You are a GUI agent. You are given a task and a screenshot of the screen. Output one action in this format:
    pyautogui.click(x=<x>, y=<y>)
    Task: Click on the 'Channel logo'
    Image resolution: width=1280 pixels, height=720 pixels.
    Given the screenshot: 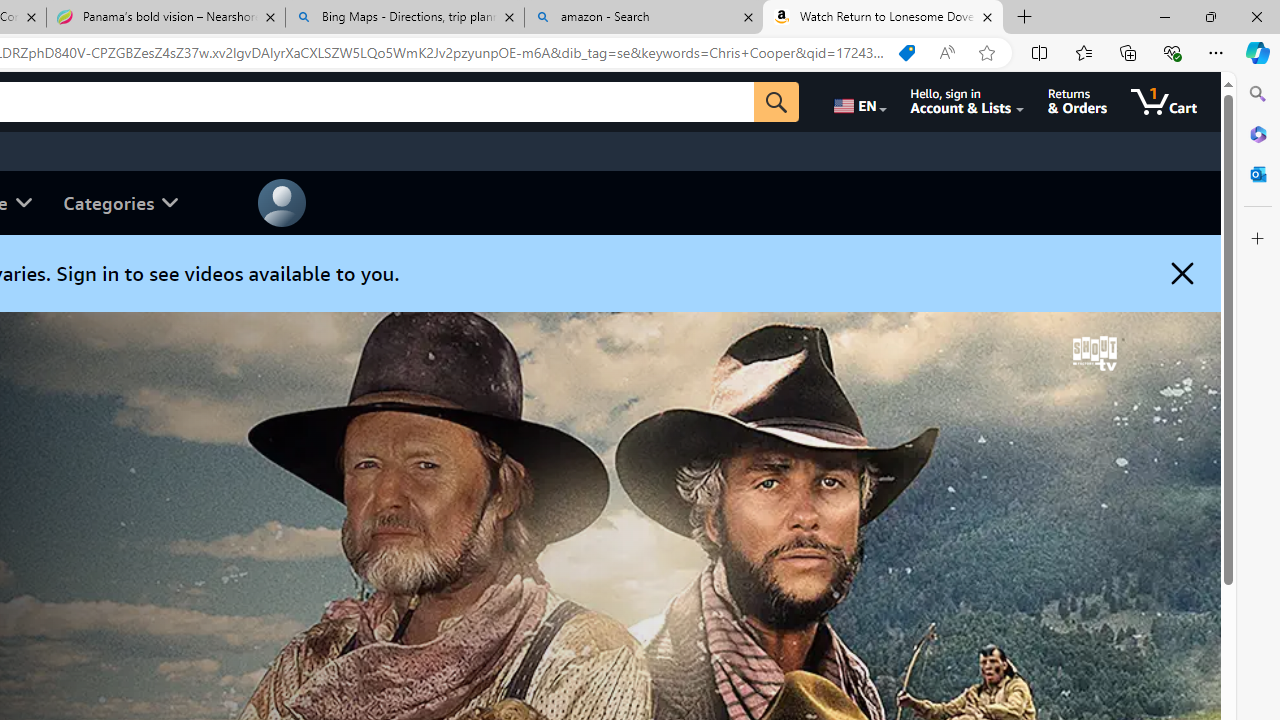 What is the action you would take?
    pyautogui.click(x=1094, y=352)
    